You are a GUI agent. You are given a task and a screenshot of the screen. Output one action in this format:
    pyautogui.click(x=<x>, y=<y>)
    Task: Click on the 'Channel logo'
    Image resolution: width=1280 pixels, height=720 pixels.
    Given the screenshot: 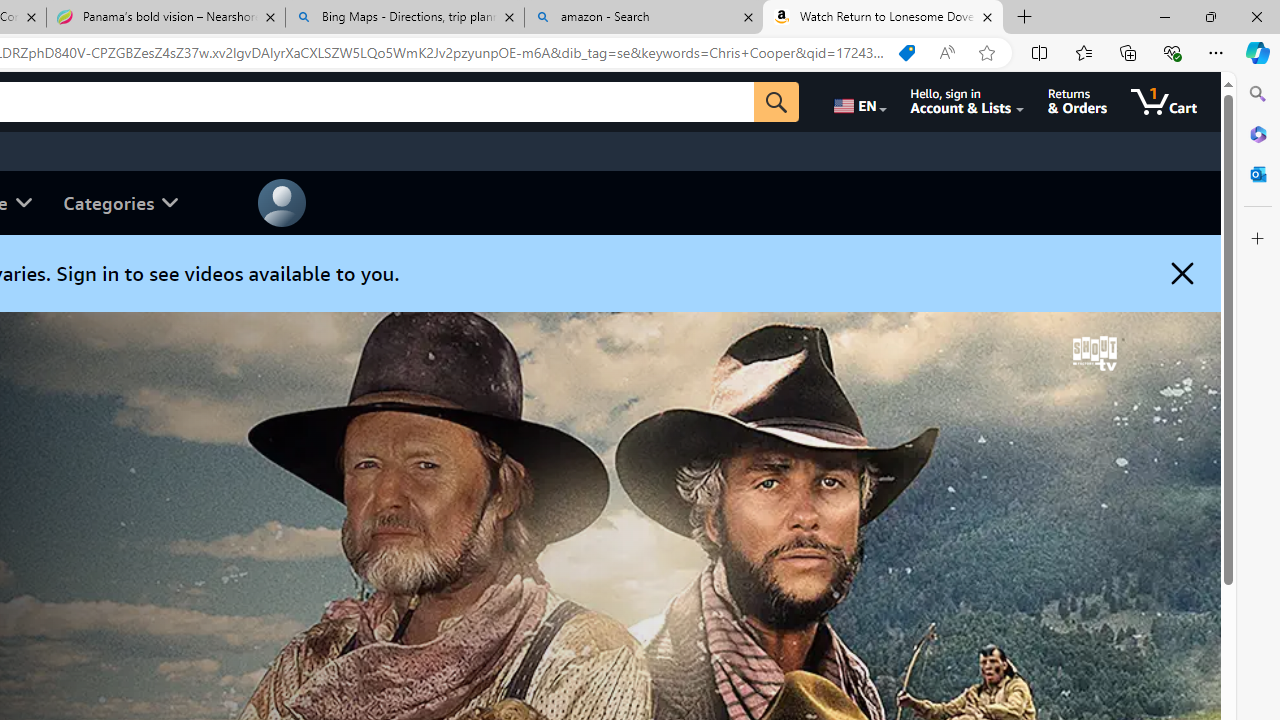 What is the action you would take?
    pyautogui.click(x=1094, y=352)
    